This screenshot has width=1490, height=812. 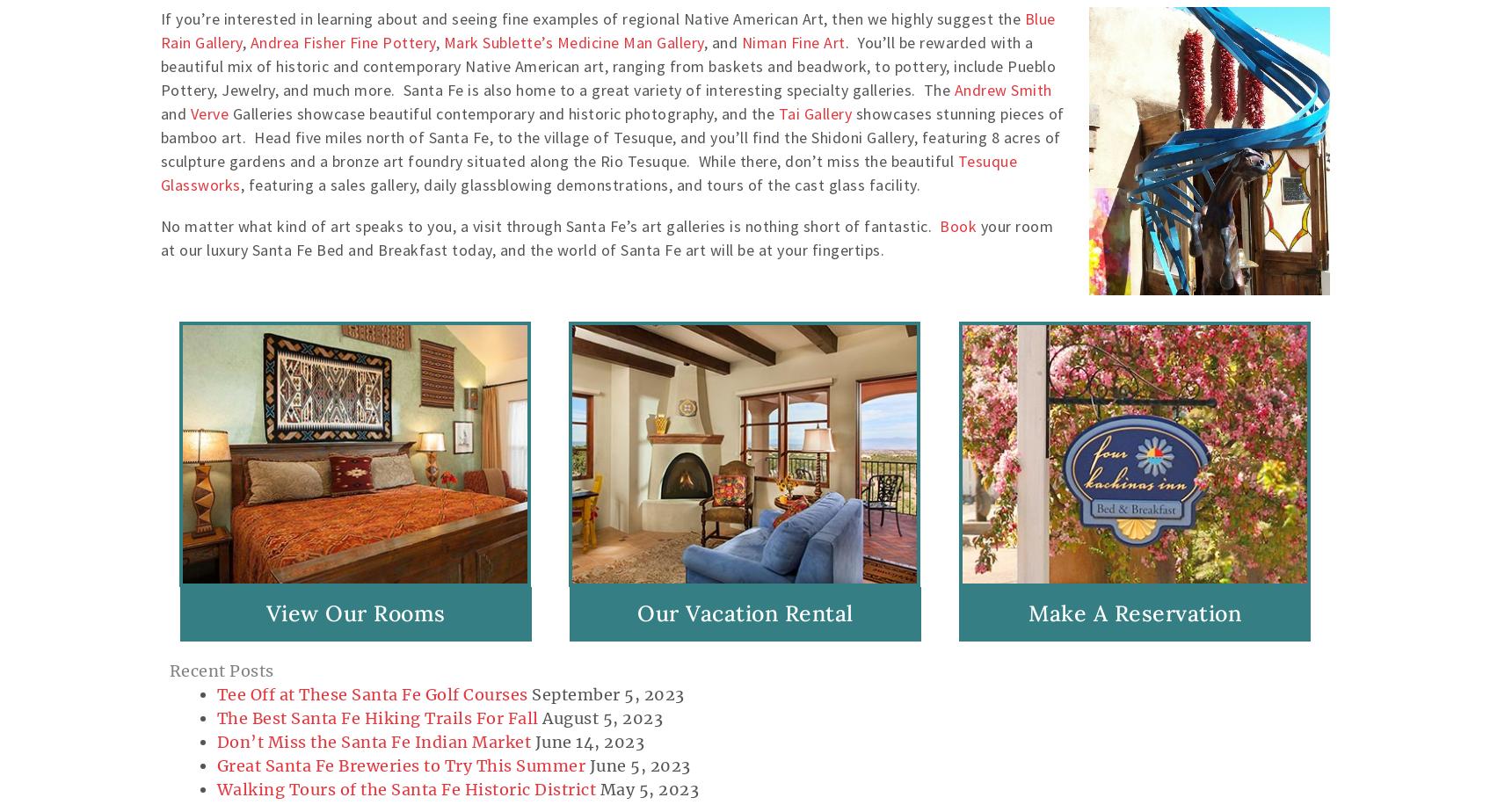 I want to click on 'Tee Off at These Santa Fe Golf Courses', so click(x=372, y=693).